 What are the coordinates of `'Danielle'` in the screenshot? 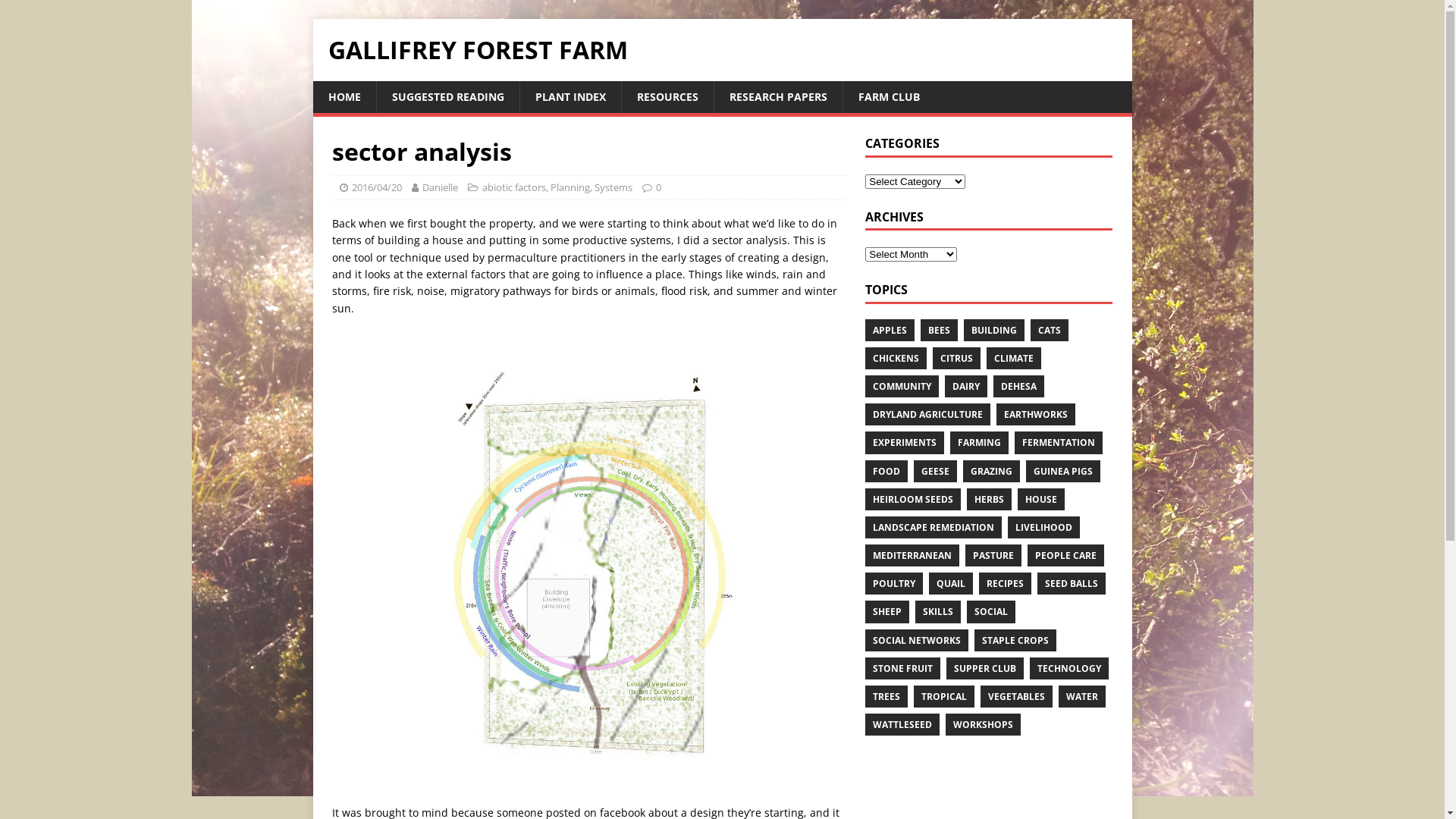 It's located at (438, 186).